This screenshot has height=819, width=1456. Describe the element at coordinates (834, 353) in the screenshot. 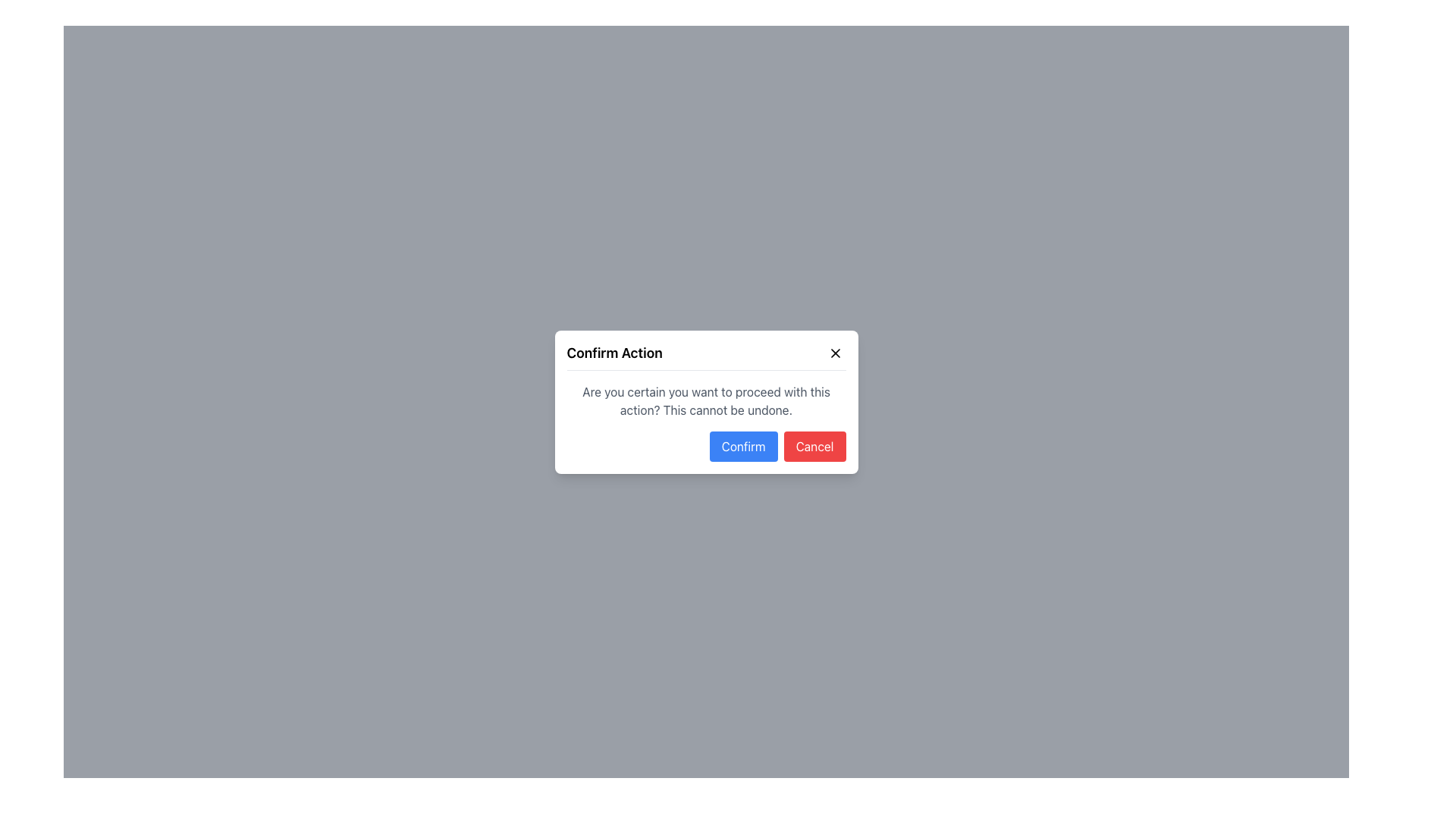

I see `the 'X' icon in the top-right corner of the modal dialog box` at that location.